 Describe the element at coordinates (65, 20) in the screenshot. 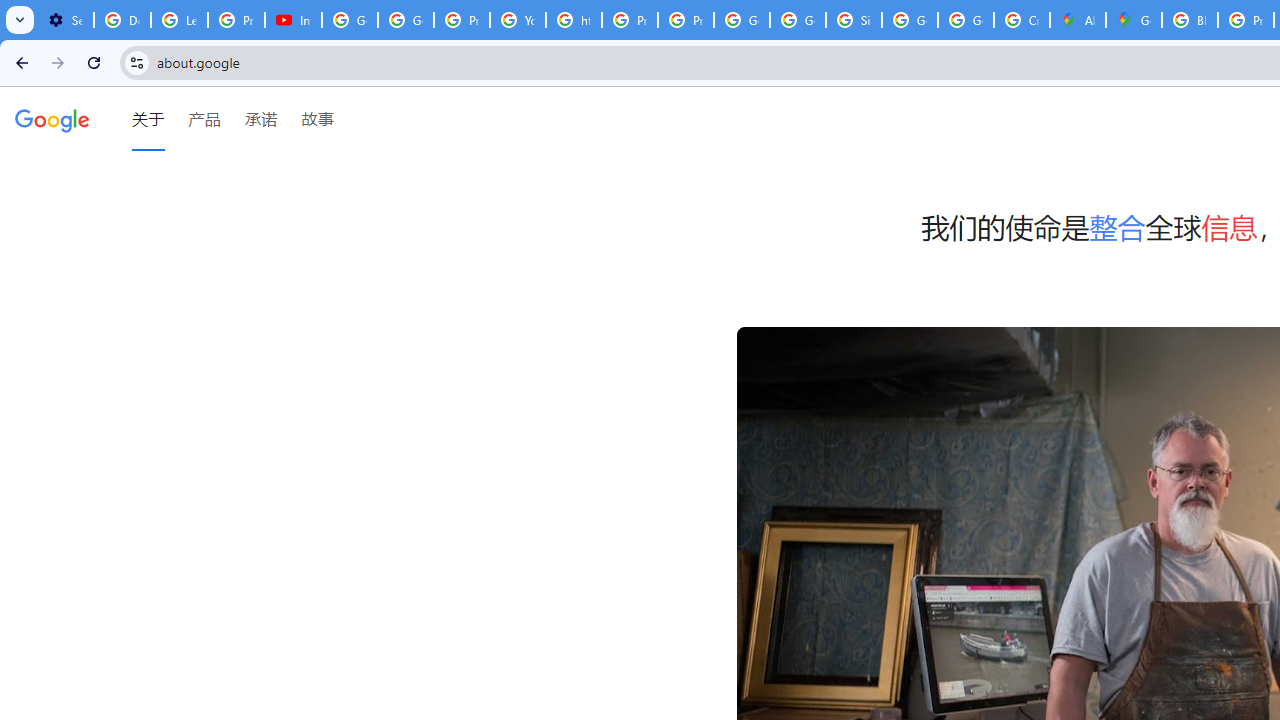

I see `'Settings - Customize profile'` at that location.